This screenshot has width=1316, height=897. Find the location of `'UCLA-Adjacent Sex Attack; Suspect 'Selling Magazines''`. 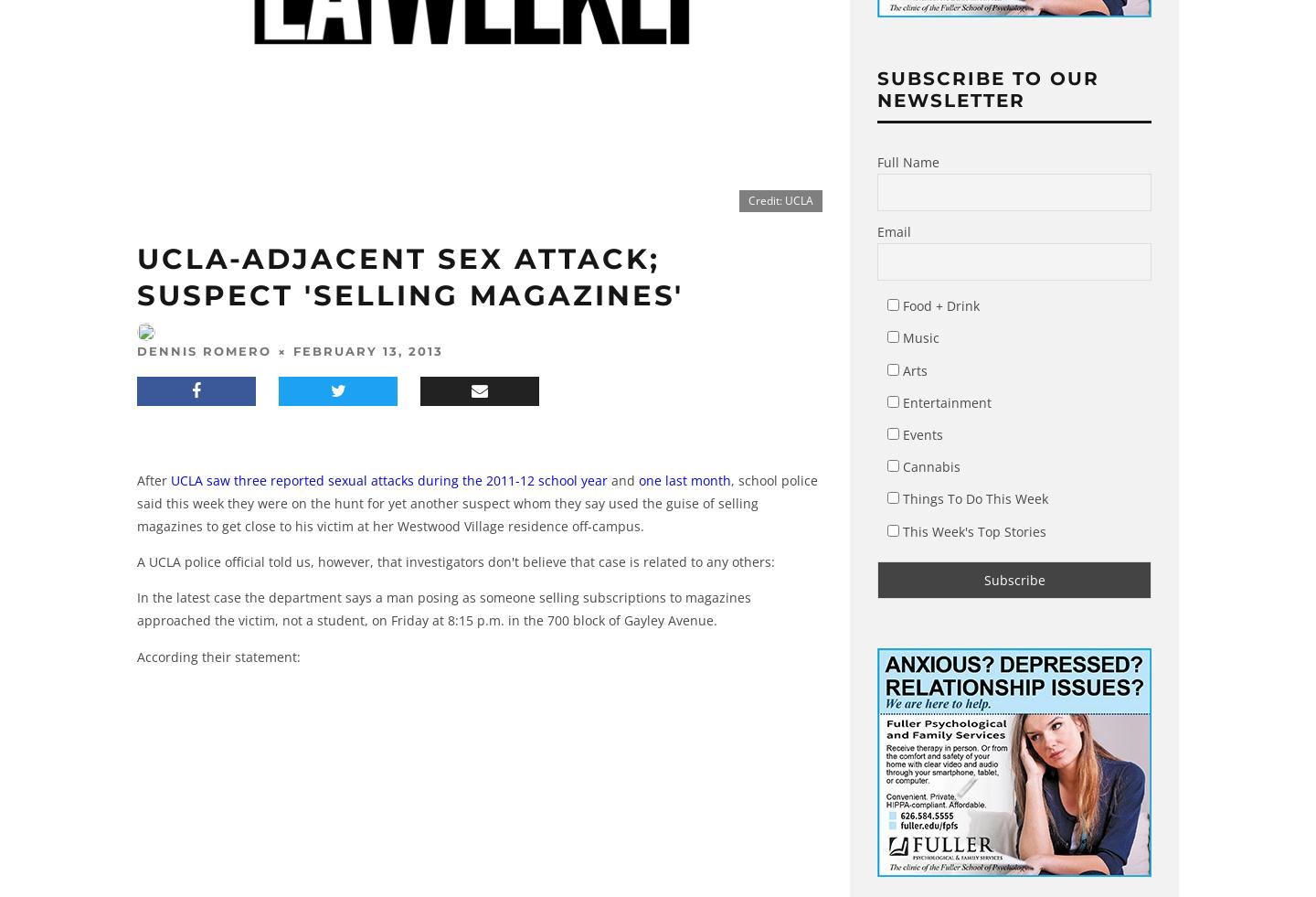

'UCLA-Adjacent Sex Attack; Suspect 'Selling Magazines'' is located at coordinates (409, 276).